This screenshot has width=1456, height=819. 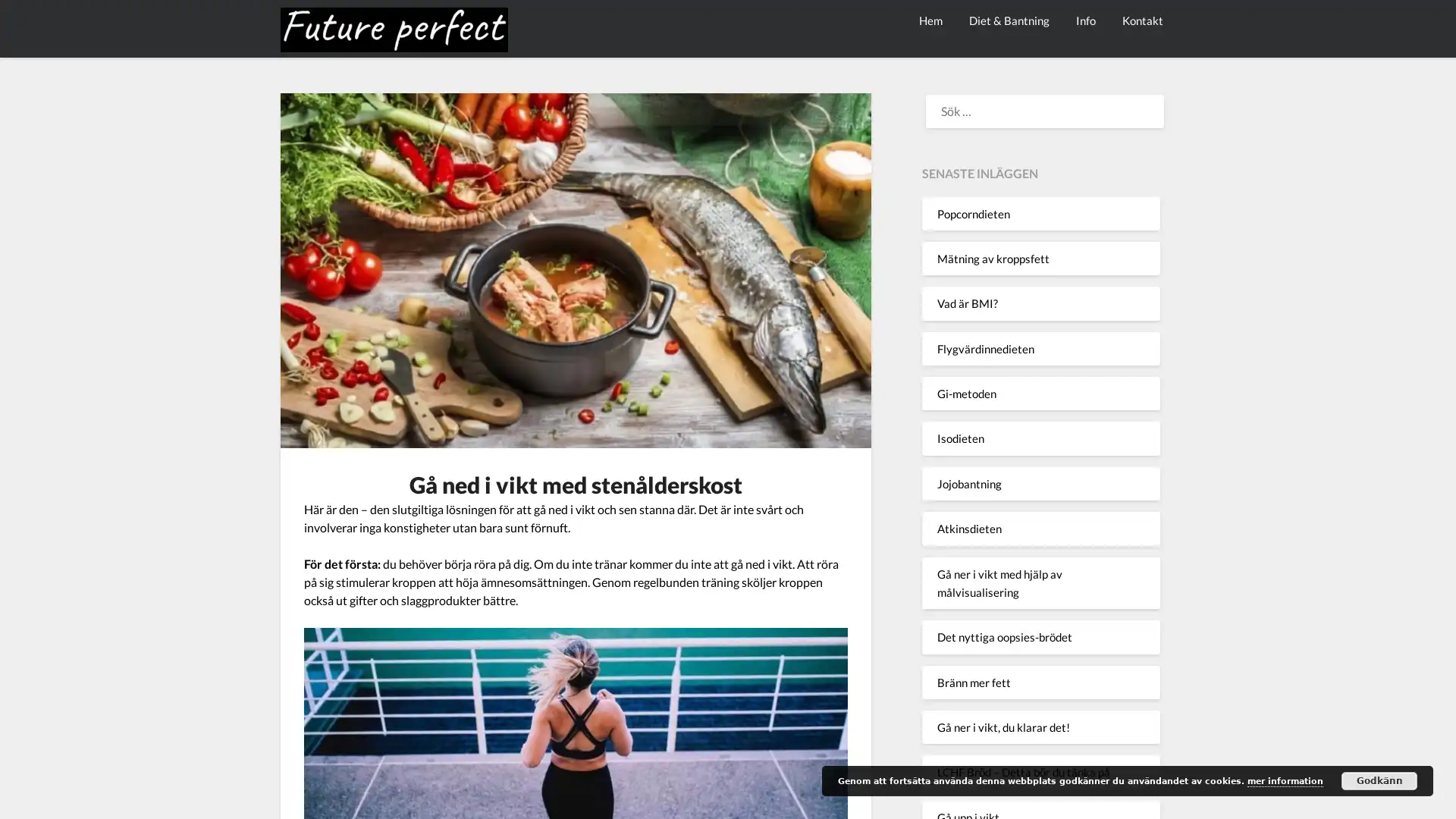 I want to click on Godkann, so click(x=1379, y=780).